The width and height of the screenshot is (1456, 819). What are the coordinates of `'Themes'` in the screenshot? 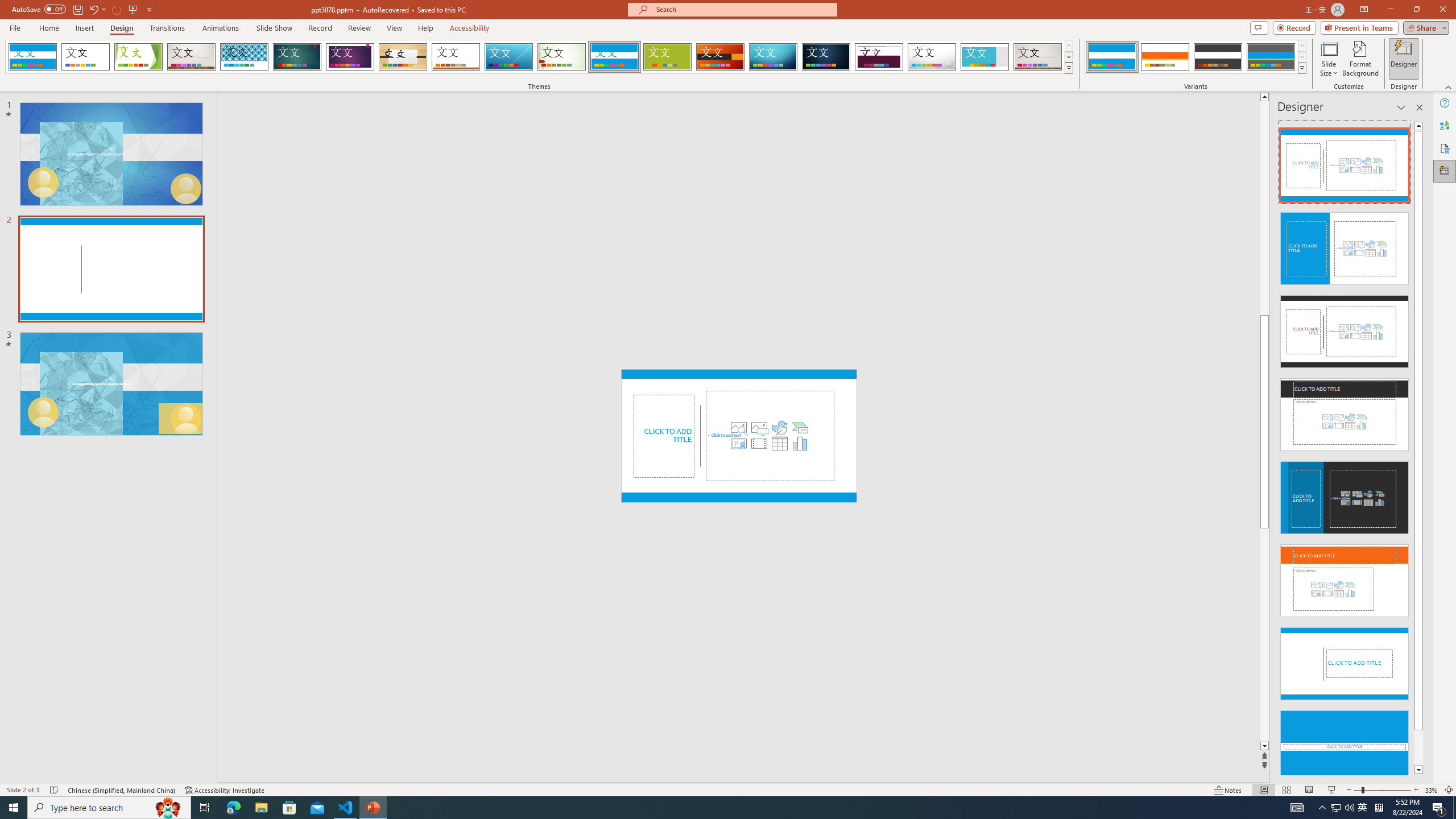 It's located at (1069, 67).